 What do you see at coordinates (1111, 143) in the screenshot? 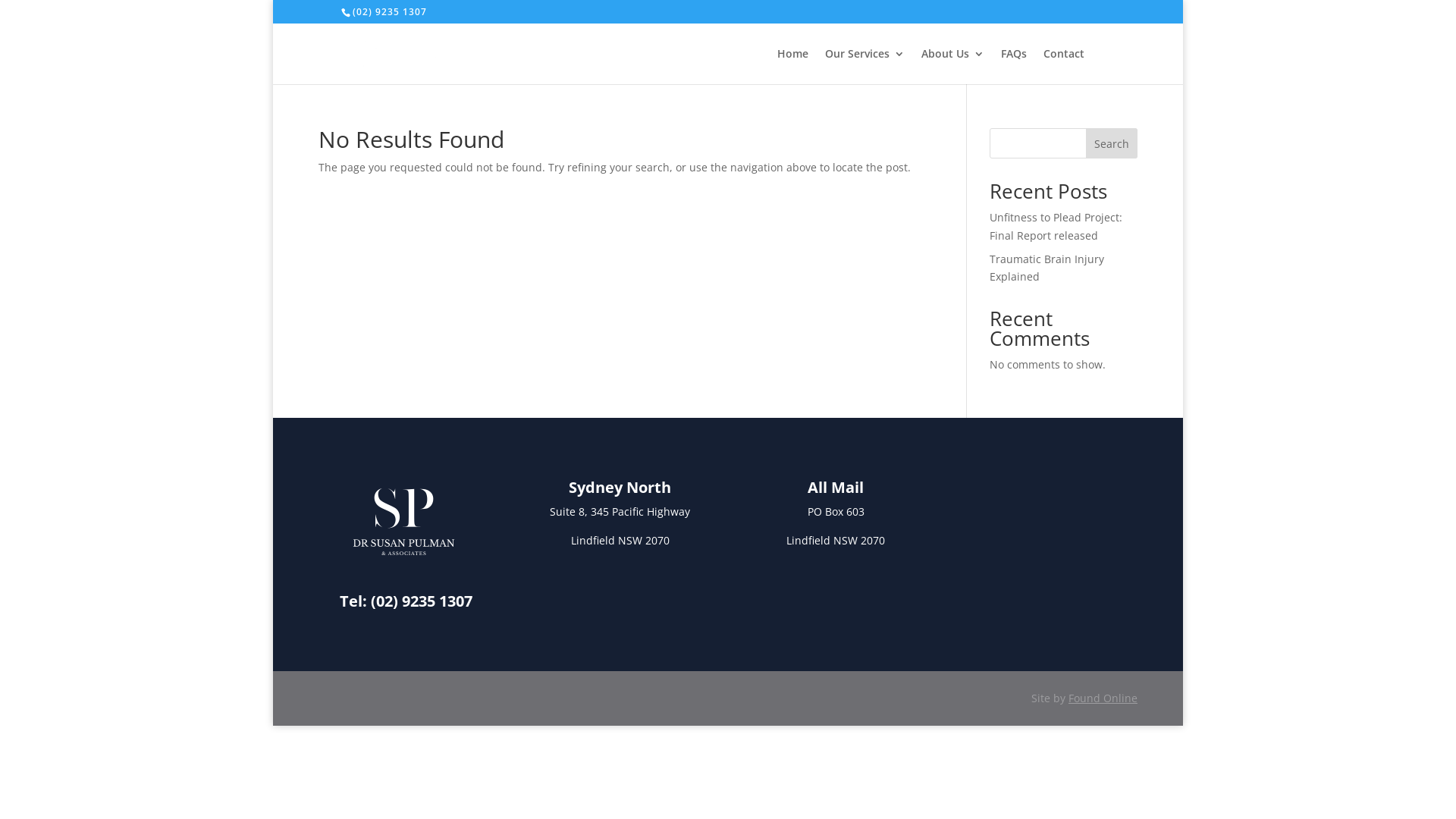
I see `'Search'` at bounding box center [1111, 143].